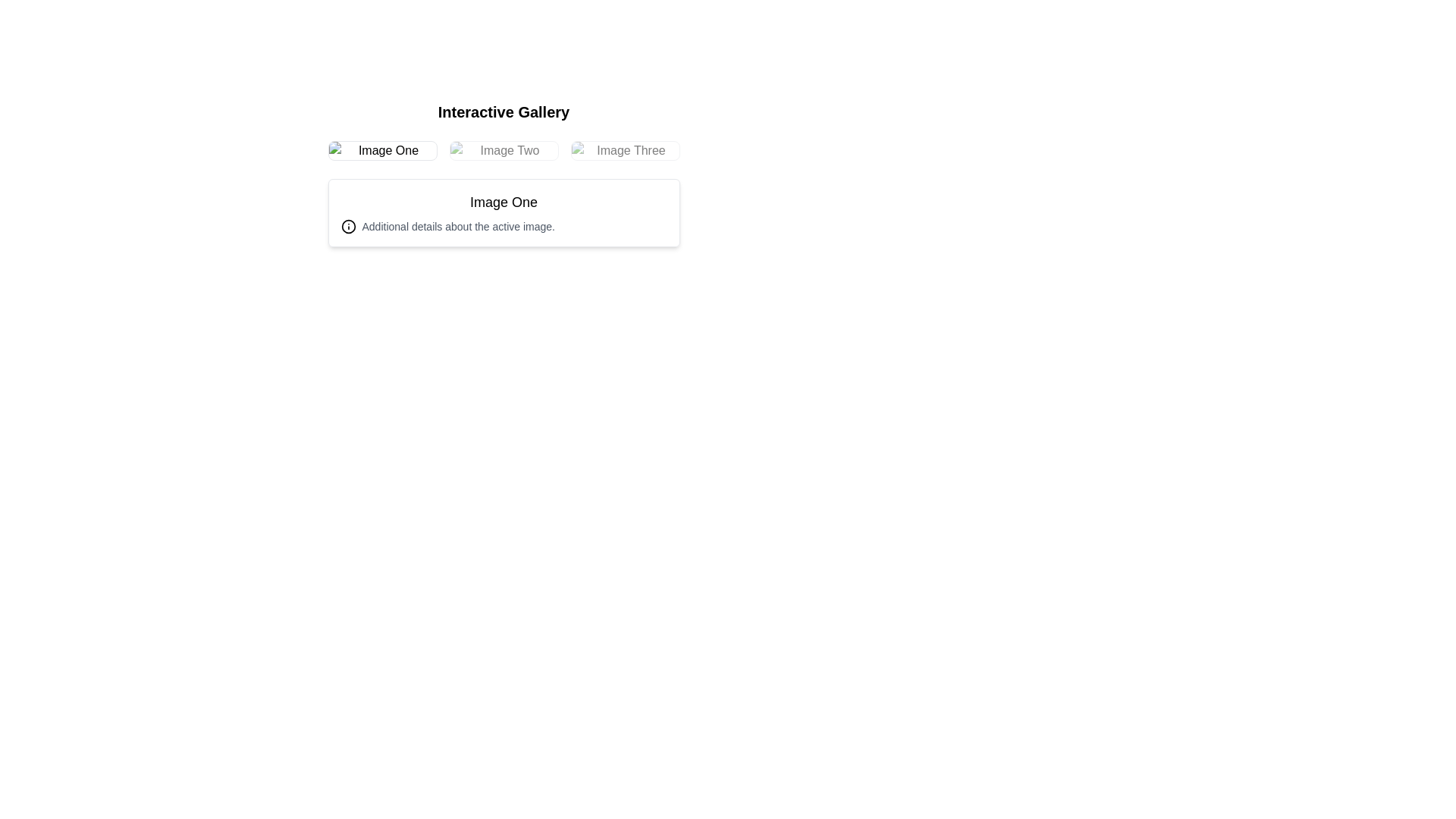 The height and width of the screenshot is (819, 1456). Describe the element at coordinates (625, 151) in the screenshot. I see `the image thumbnail labeled 'Image Three' to change its opacity effect` at that location.